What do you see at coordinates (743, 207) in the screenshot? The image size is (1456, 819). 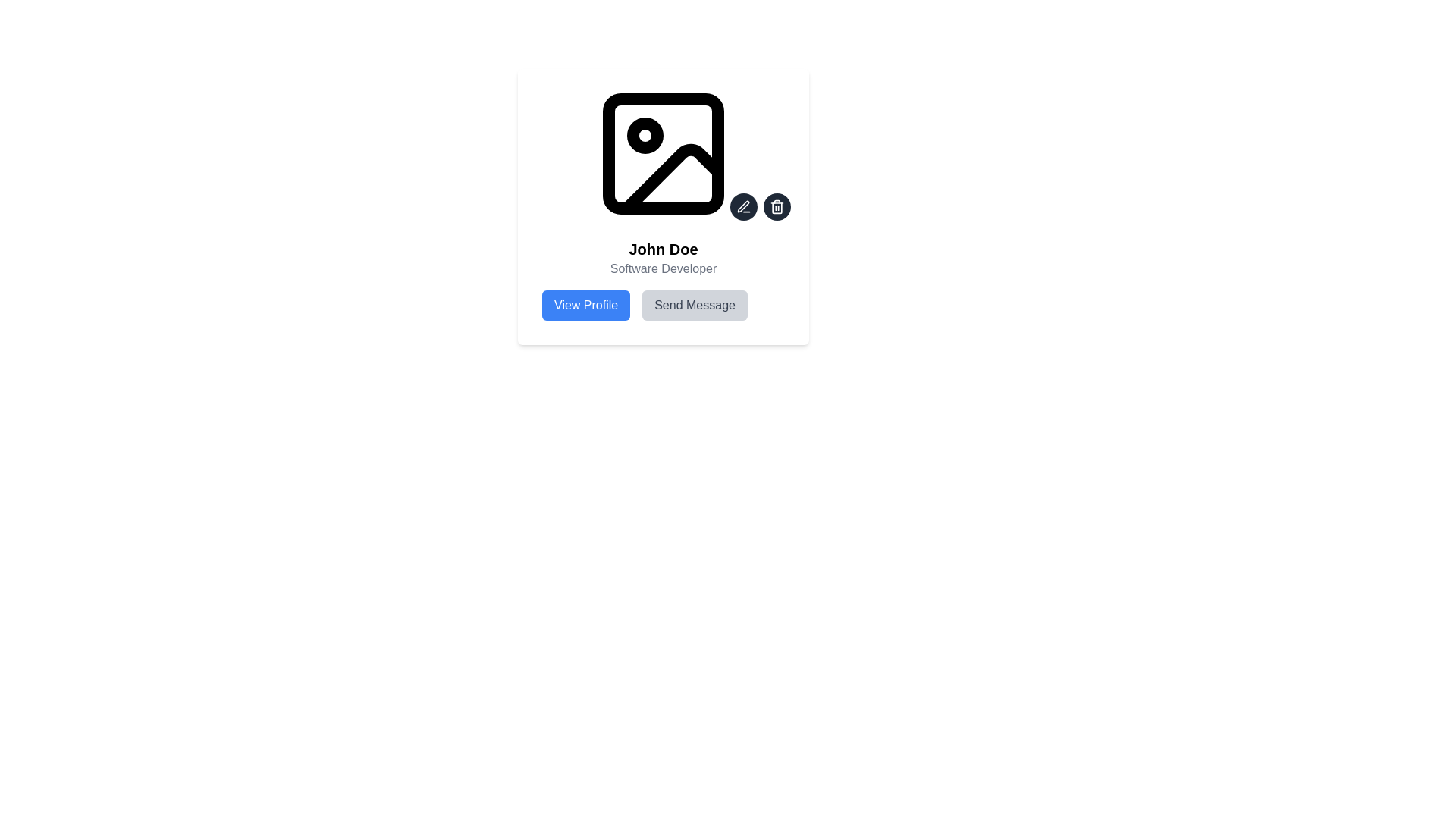 I see `the circular edit button with a dark gray background and white pencil icon located in the bottom-right section of the visual profile card to initiate an edit action` at bounding box center [743, 207].